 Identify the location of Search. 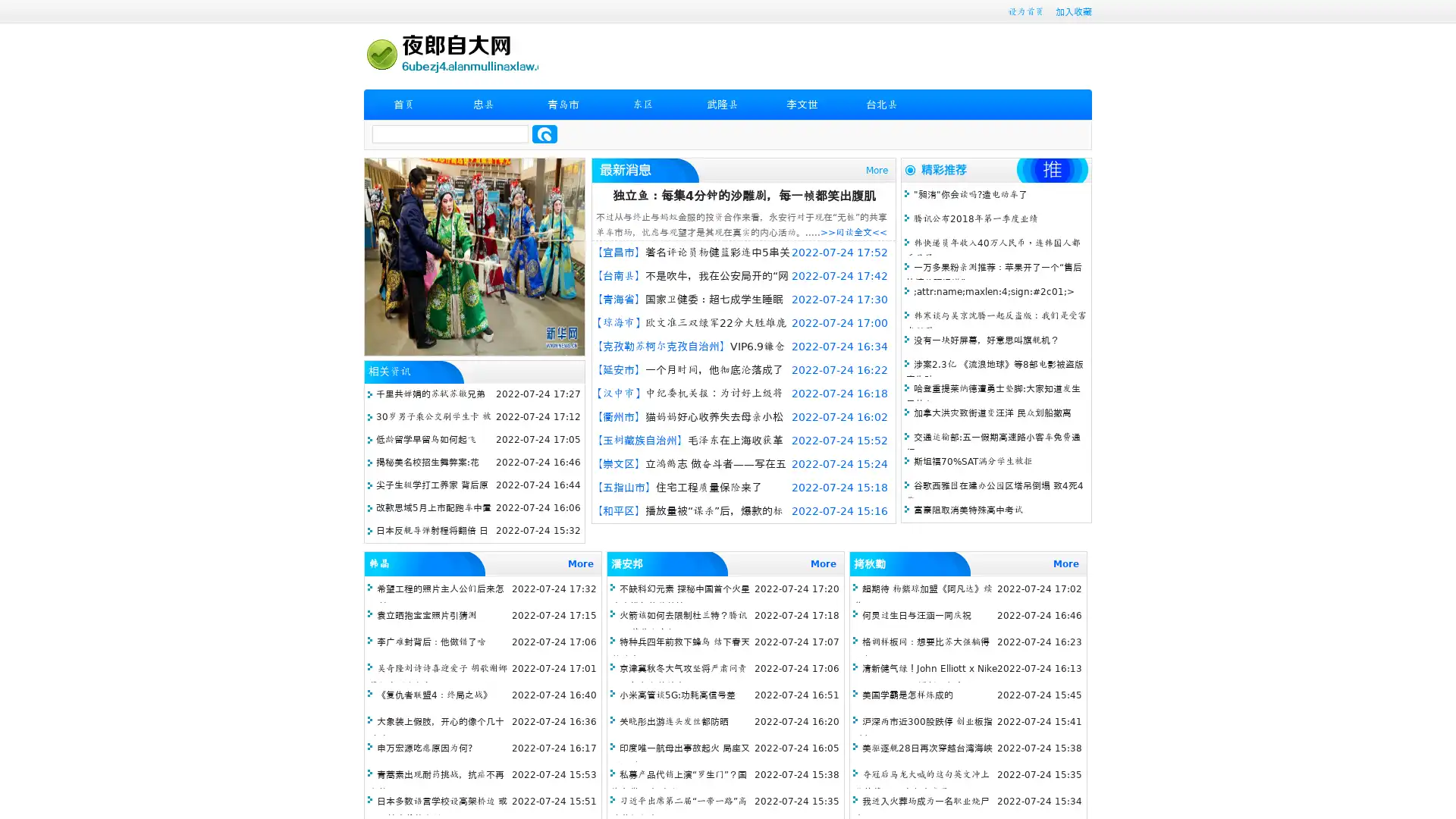
(544, 133).